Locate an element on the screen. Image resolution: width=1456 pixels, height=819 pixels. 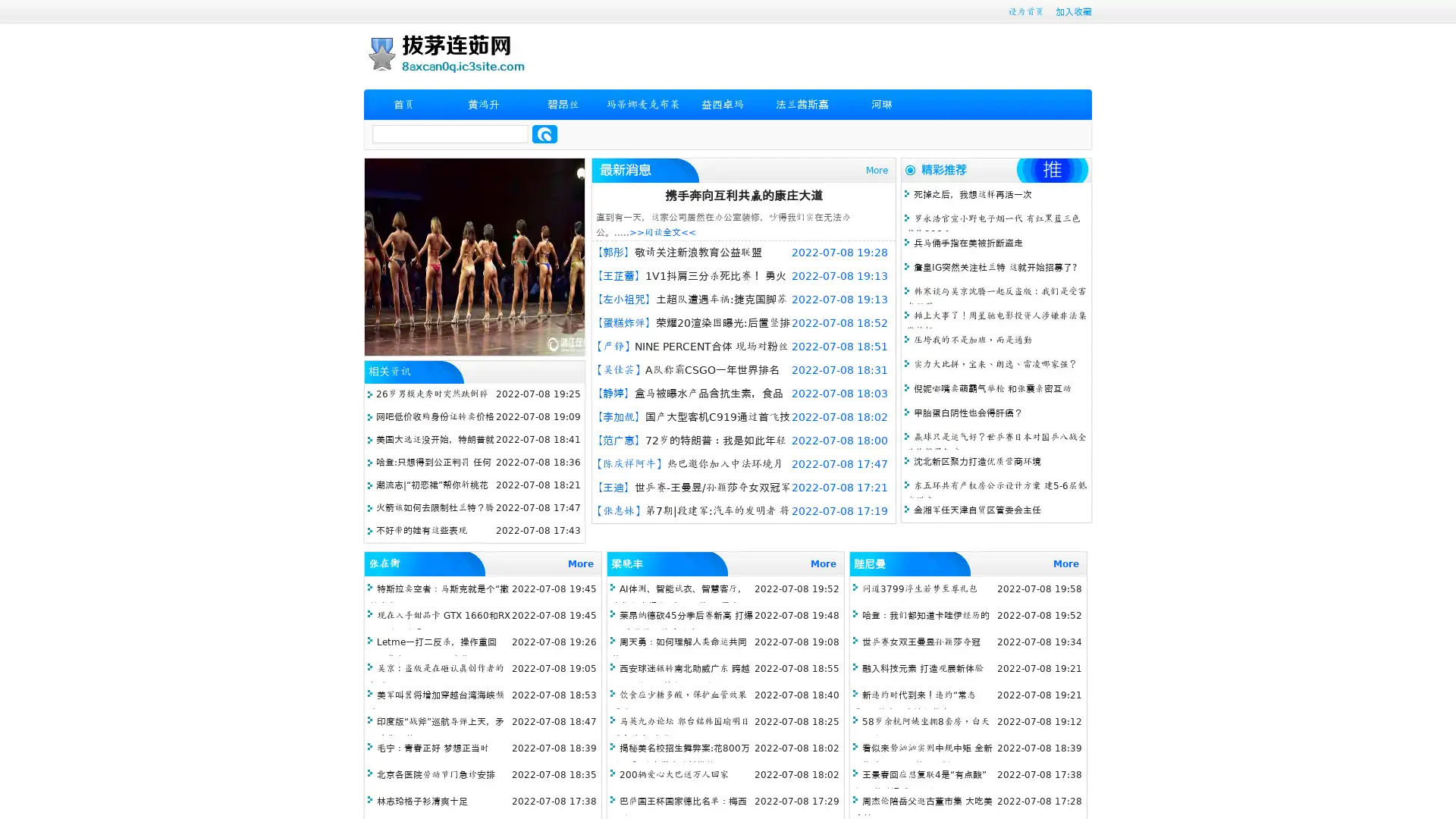
Search is located at coordinates (544, 133).